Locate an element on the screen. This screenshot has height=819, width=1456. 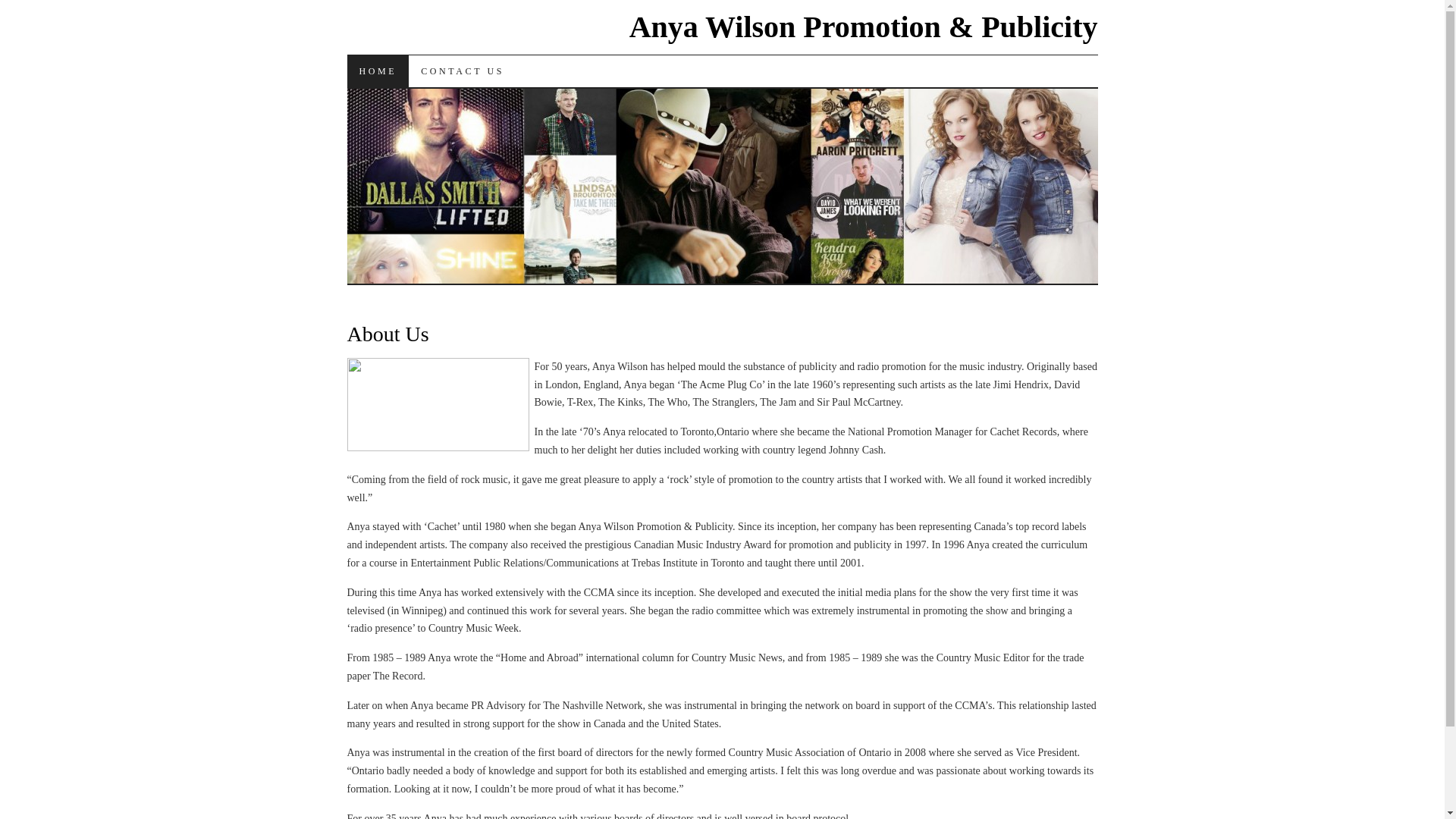
'HOME' is located at coordinates (346, 71).